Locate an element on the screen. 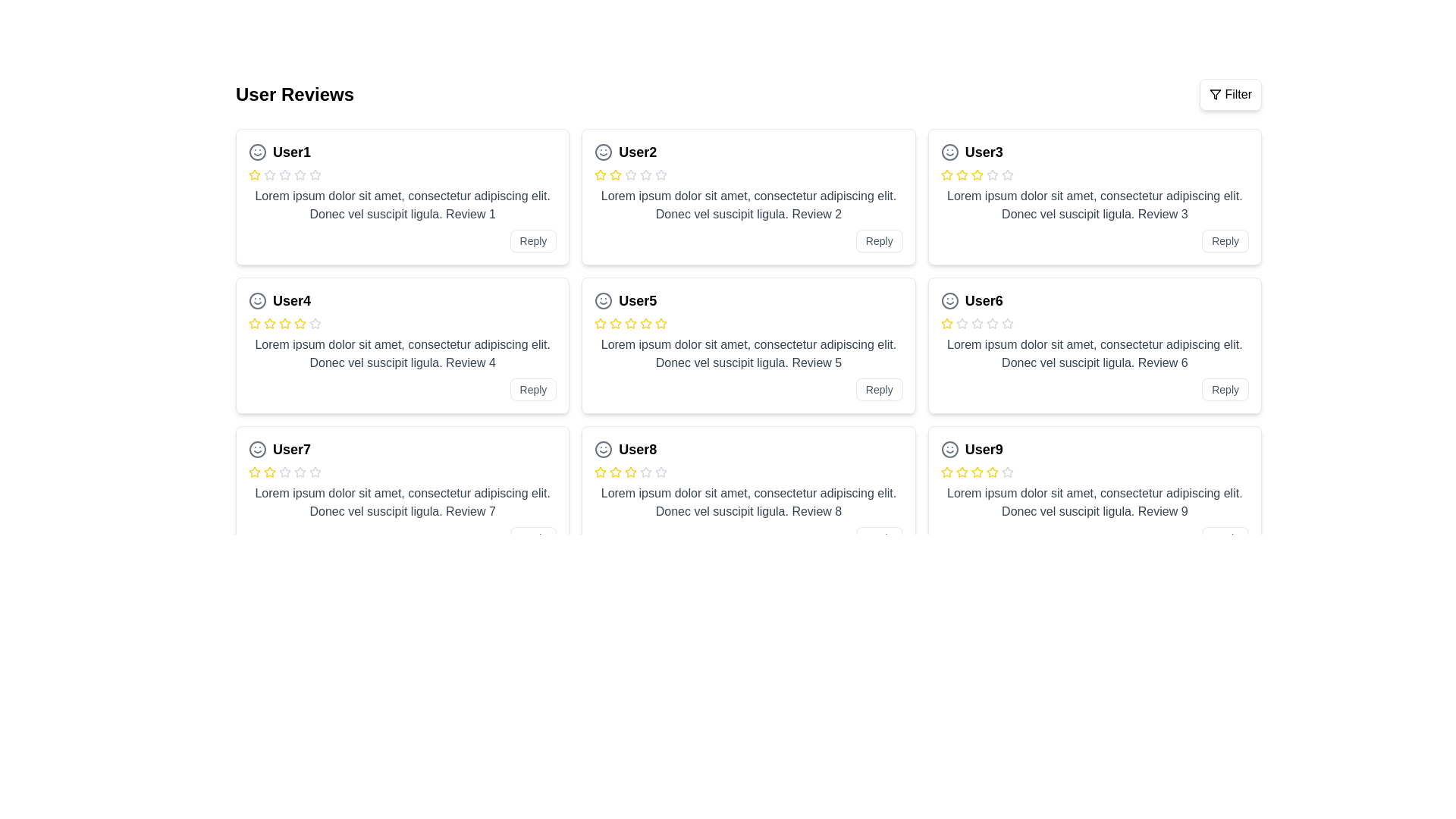  the fifth star icon in the rating row for 'User5' is located at coordinates (646, 323).